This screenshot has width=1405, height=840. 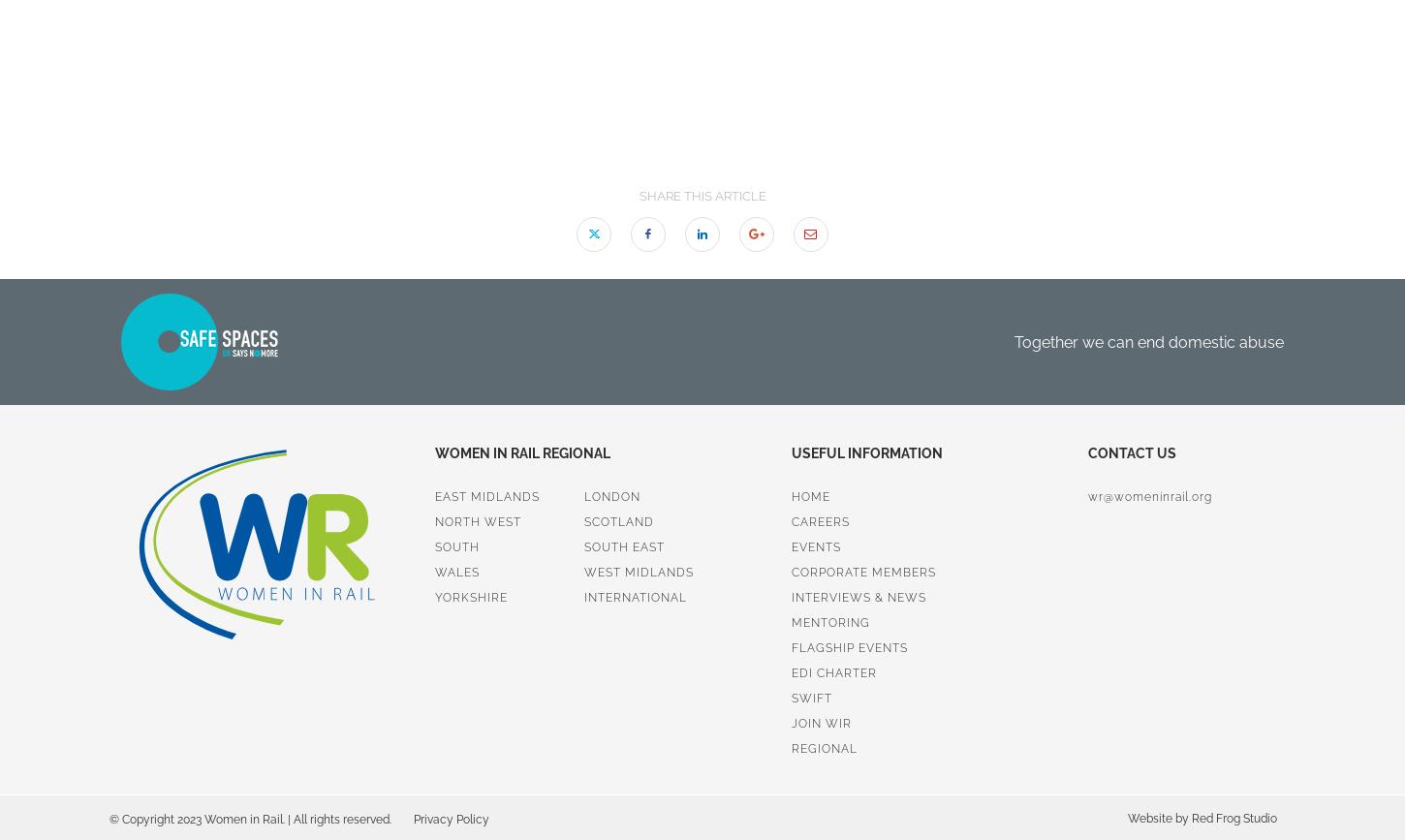 I want to click on 'Women in Rail regional', so click(x=522, y=452).